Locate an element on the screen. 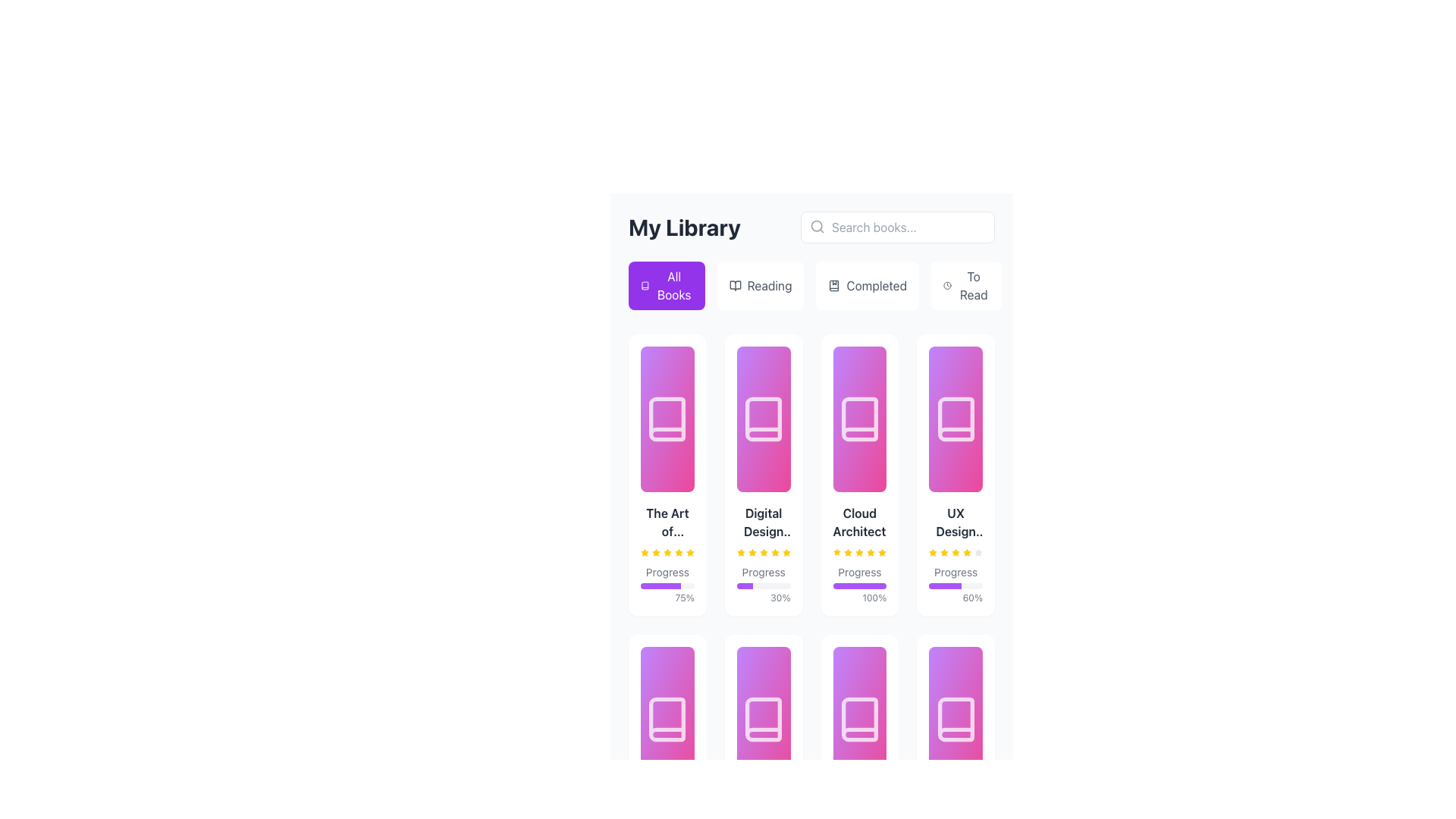 This screenshot has width=1456, height=819. the progress indicator for 'UX Design Fundamentals', which visually represents the completion percentage and is located at the bottom of the corresponding card in the reading list interface is located at coordinates (955, 584).